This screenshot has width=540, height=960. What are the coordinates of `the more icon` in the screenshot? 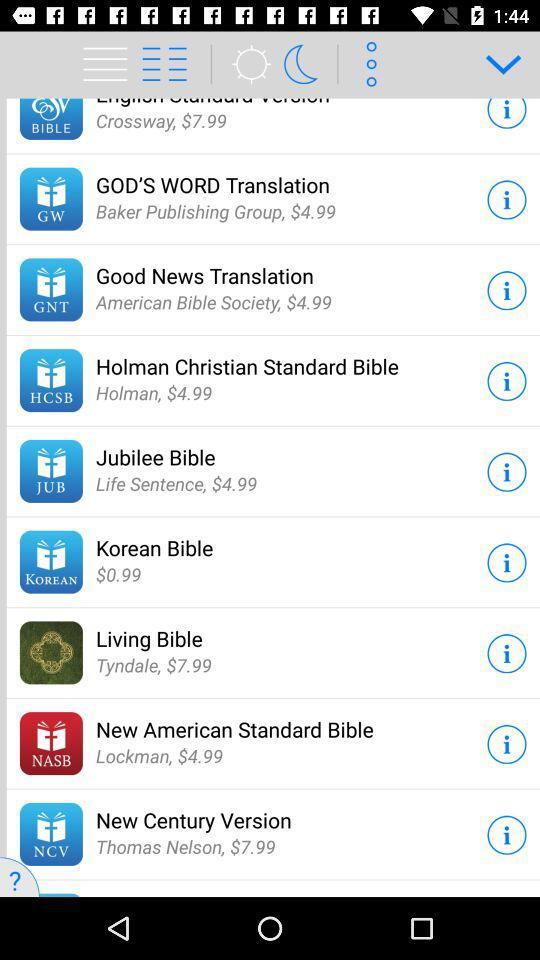 It's located at (367, 64).